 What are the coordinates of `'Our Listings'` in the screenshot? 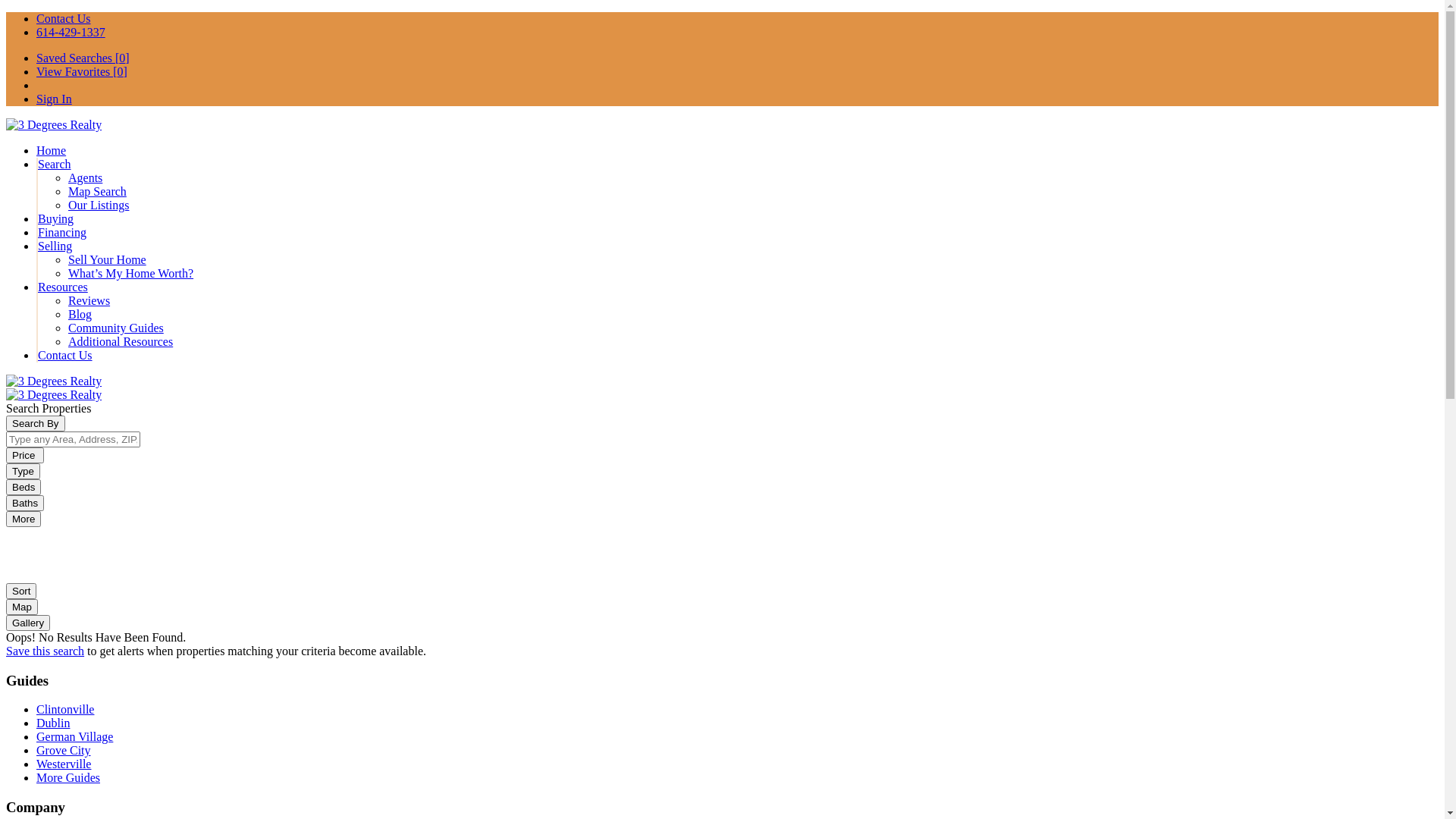 It's located at (67, 205).